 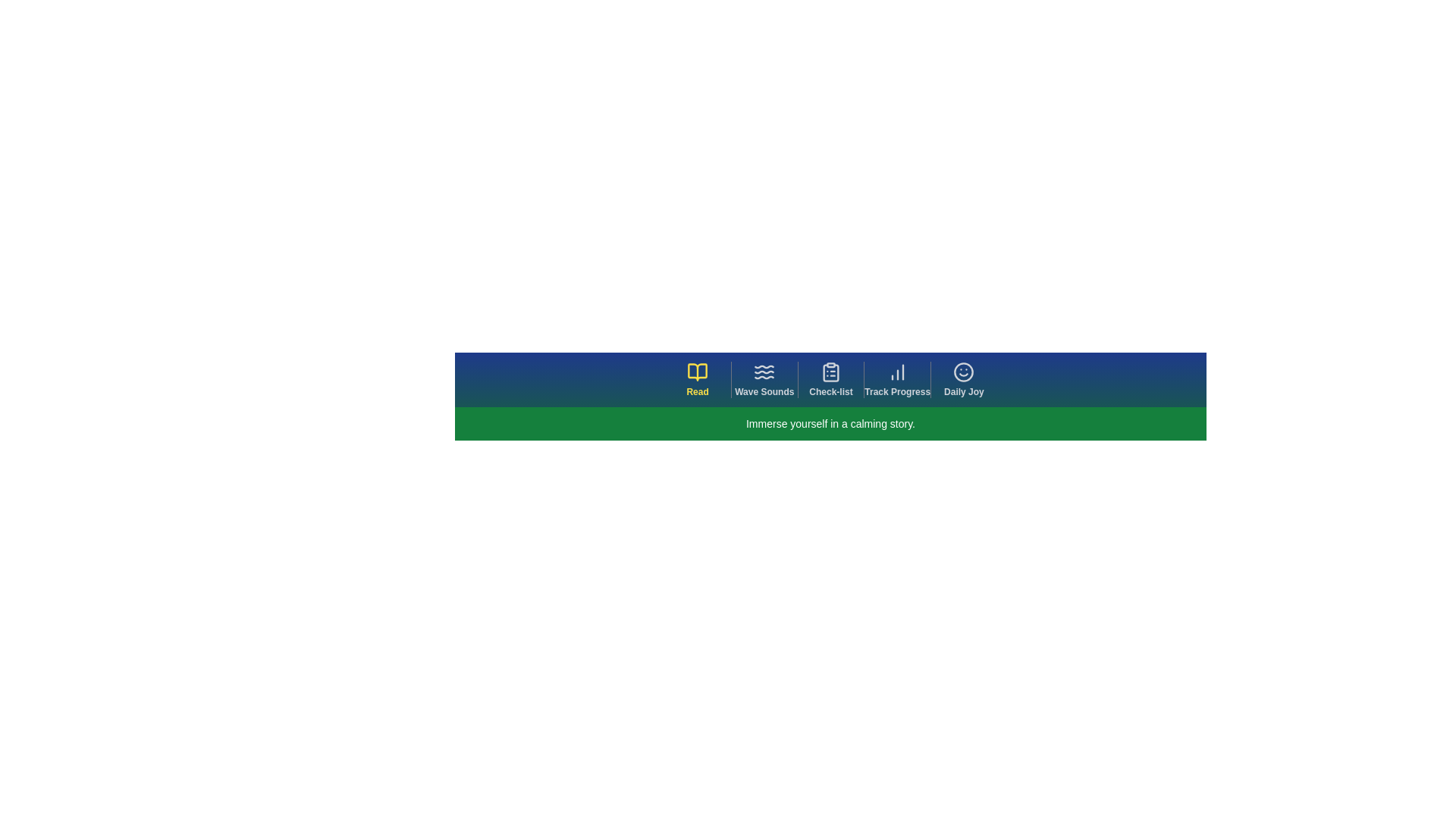 I want to click on the navigation tab labeled Check-list to observe visual feedback, so click(x=830, y=379).